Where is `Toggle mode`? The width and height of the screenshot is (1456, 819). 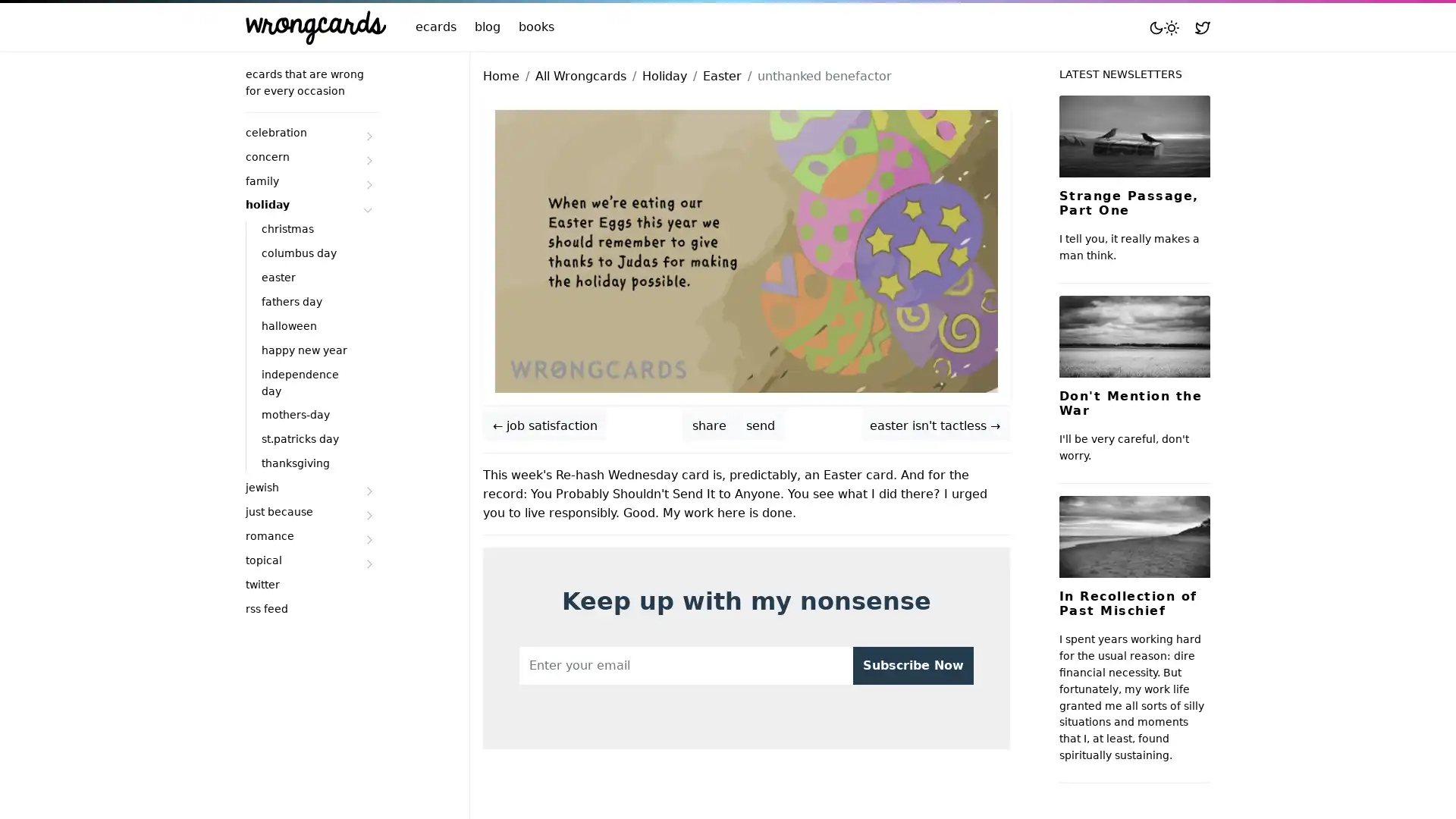 Toggle mode is located at coordinates (1163, 27).